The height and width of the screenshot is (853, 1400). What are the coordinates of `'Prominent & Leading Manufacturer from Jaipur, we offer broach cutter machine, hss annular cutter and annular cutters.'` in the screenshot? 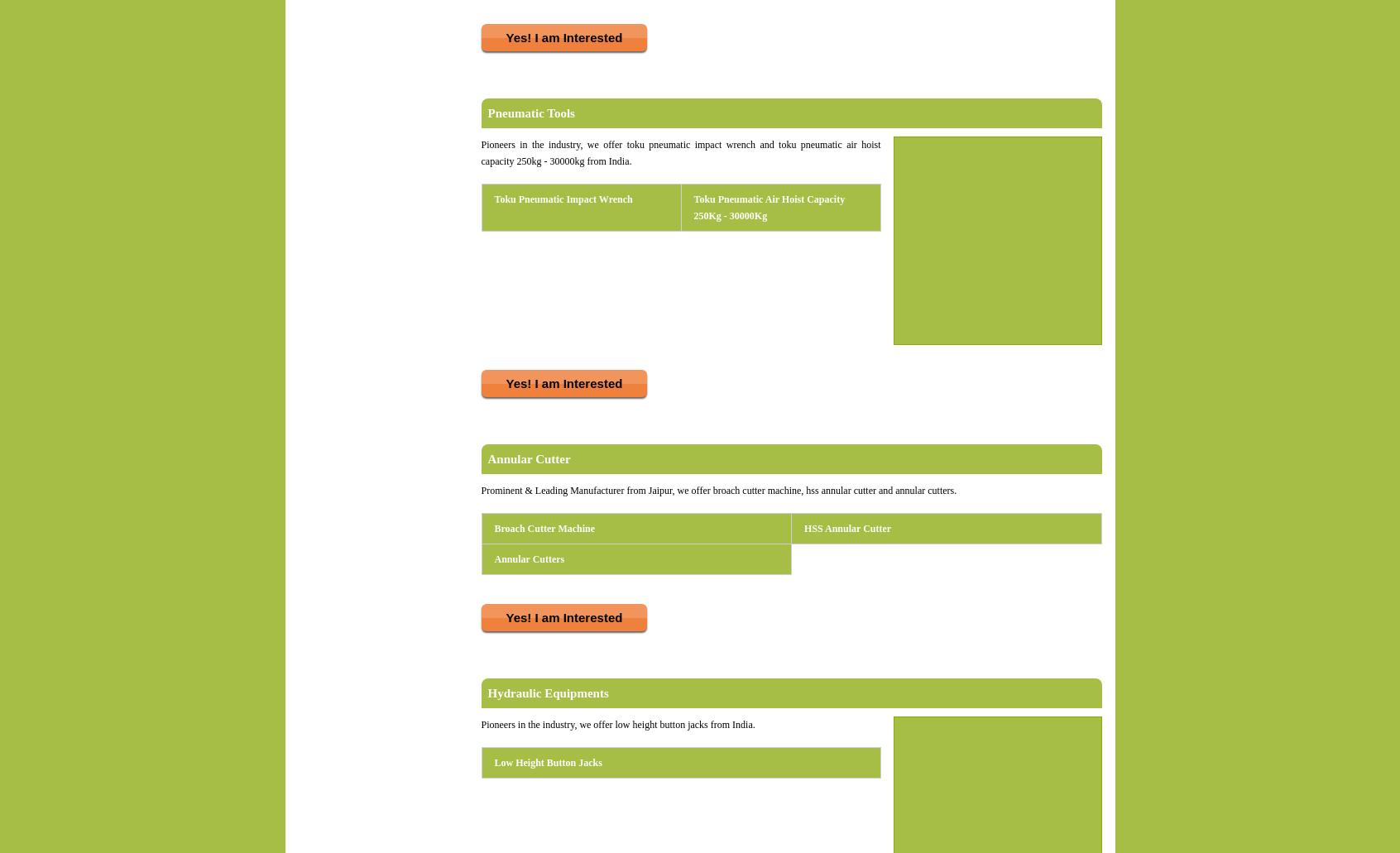 It's located at (717, 490).